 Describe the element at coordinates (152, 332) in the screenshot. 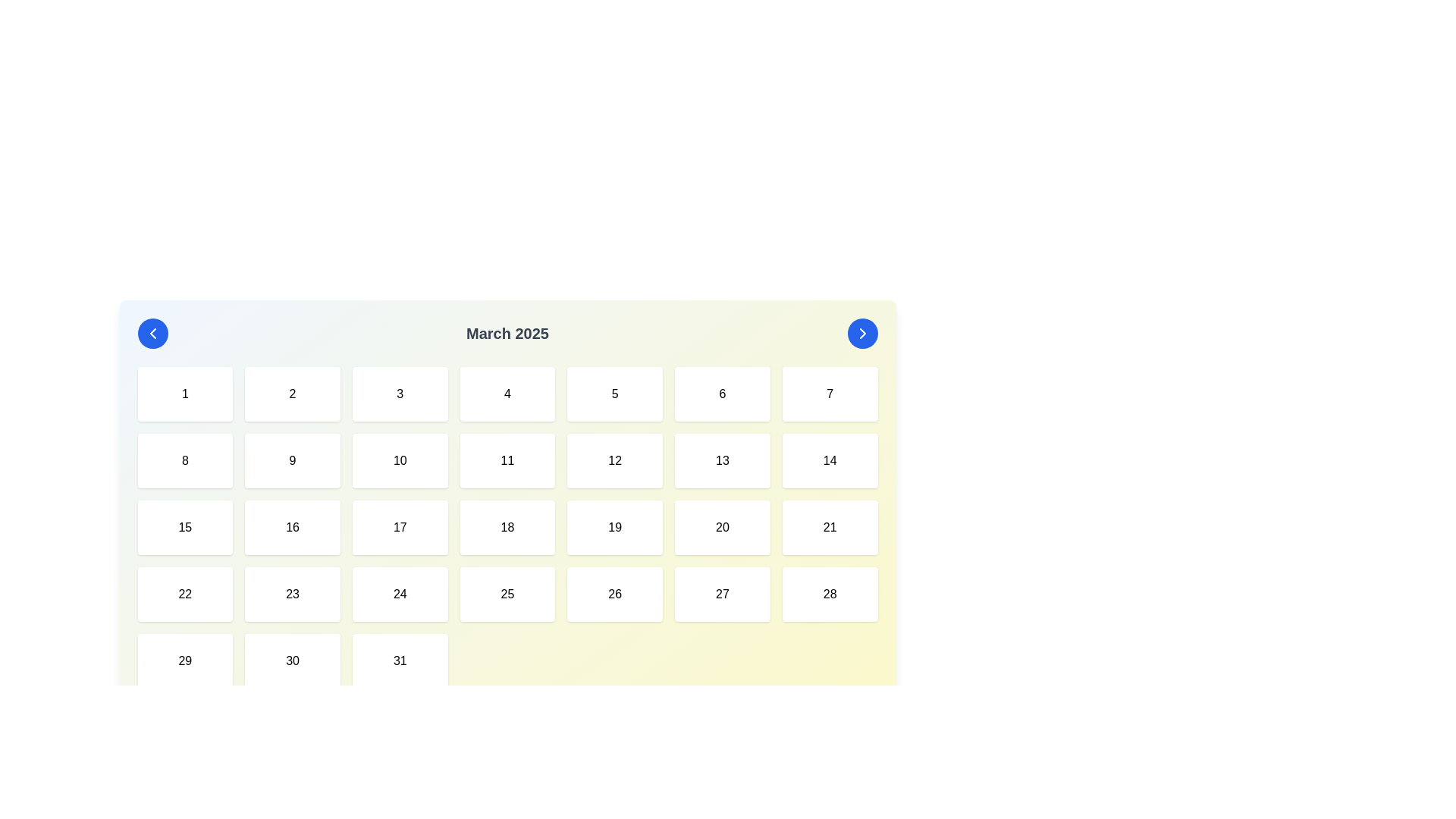

I see `the leftward chevron SVG icon within the light blue circular button located in the top-left corner of the calendar interface` at that location.